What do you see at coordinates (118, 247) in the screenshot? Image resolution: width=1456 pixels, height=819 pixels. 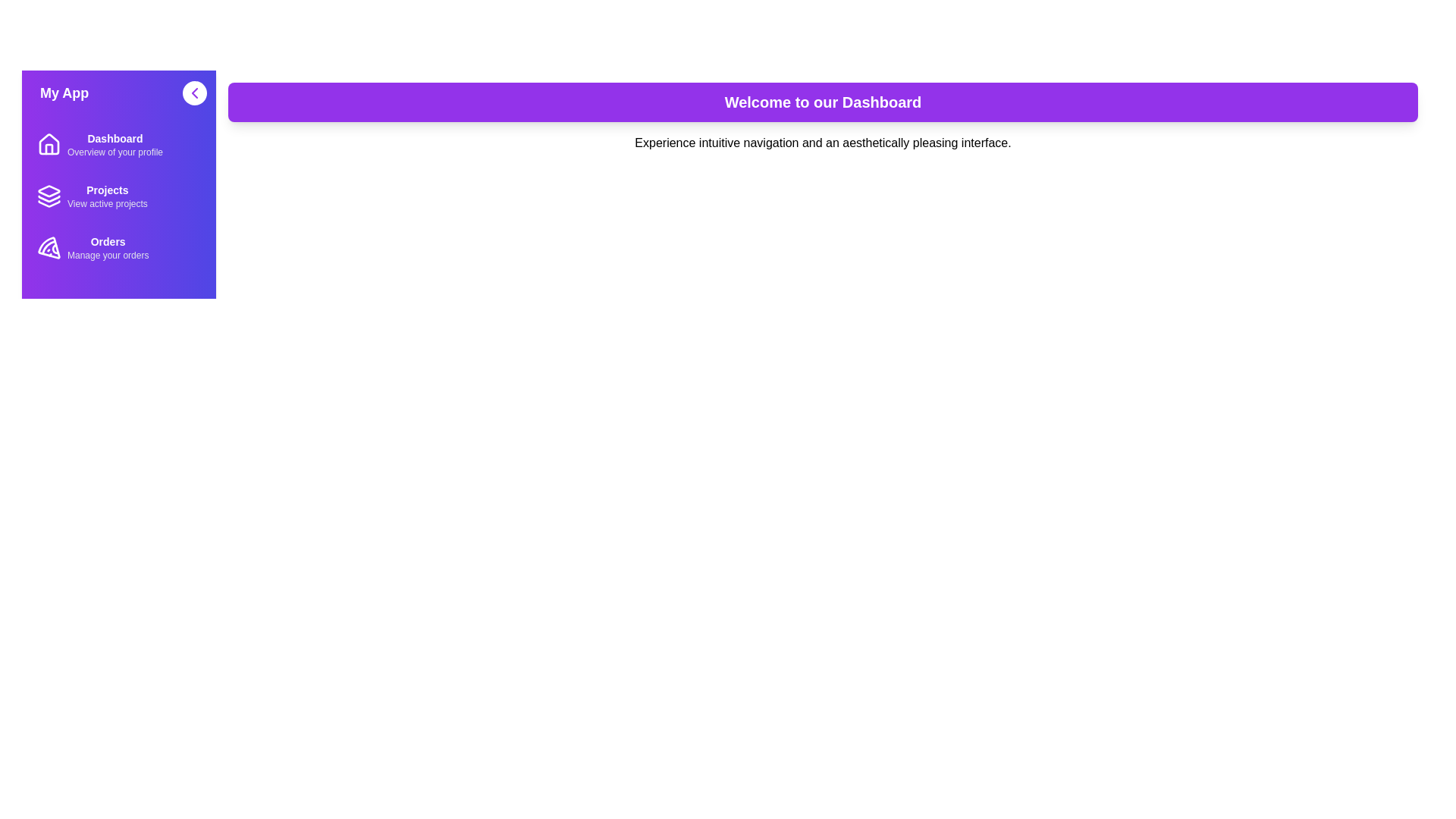 I see `the menu item corresponding to Orders` at bounding box center [118, 247].